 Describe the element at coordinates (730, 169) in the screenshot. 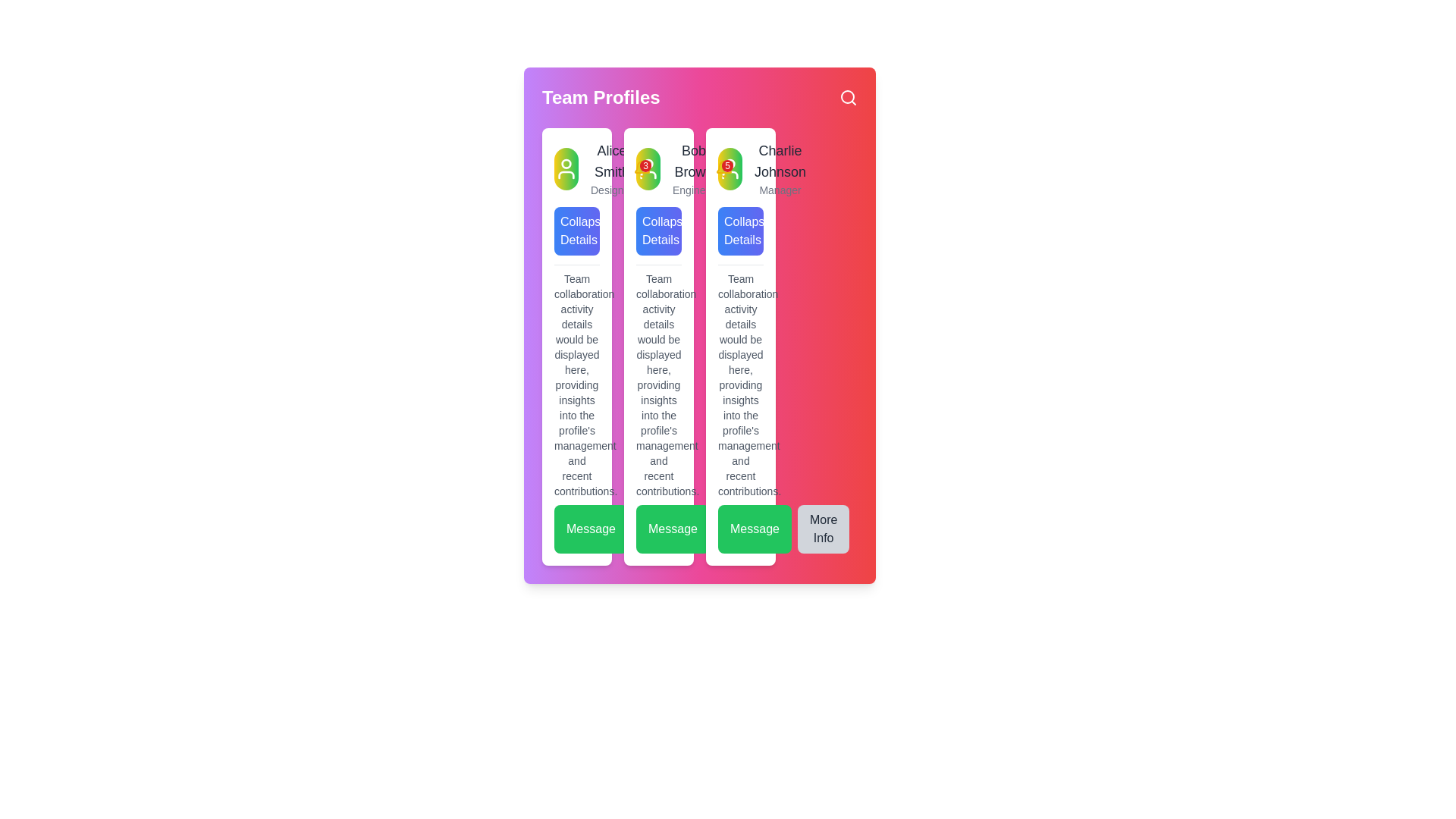

I see `the circular graphical profile indicator with a gradient background and a white user icon, located at the top-right corner of the 'Charlie Johnson Manager' column` at that location.